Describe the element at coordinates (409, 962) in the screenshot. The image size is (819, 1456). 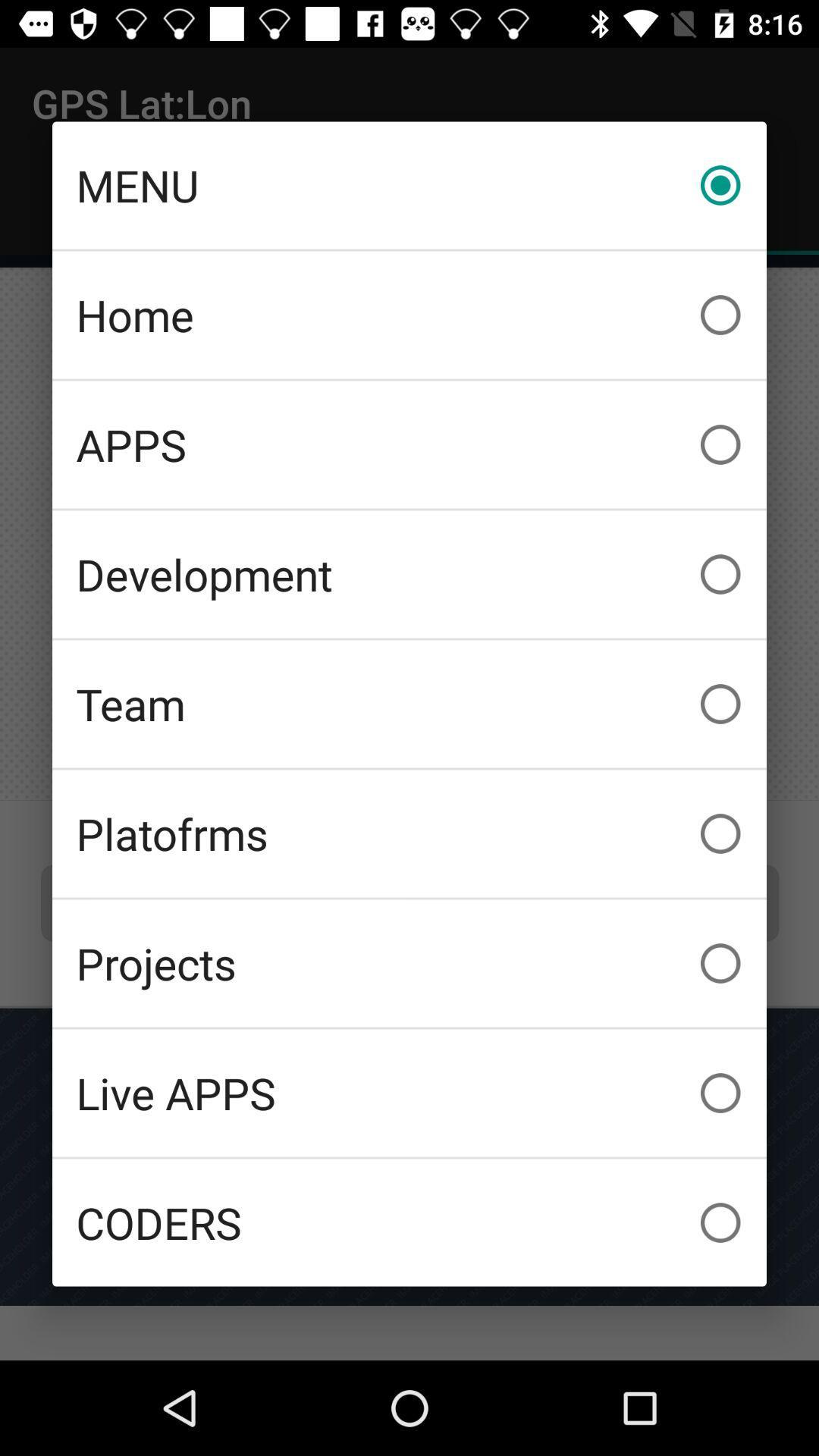
I see `the icon above live apps item` at that location.